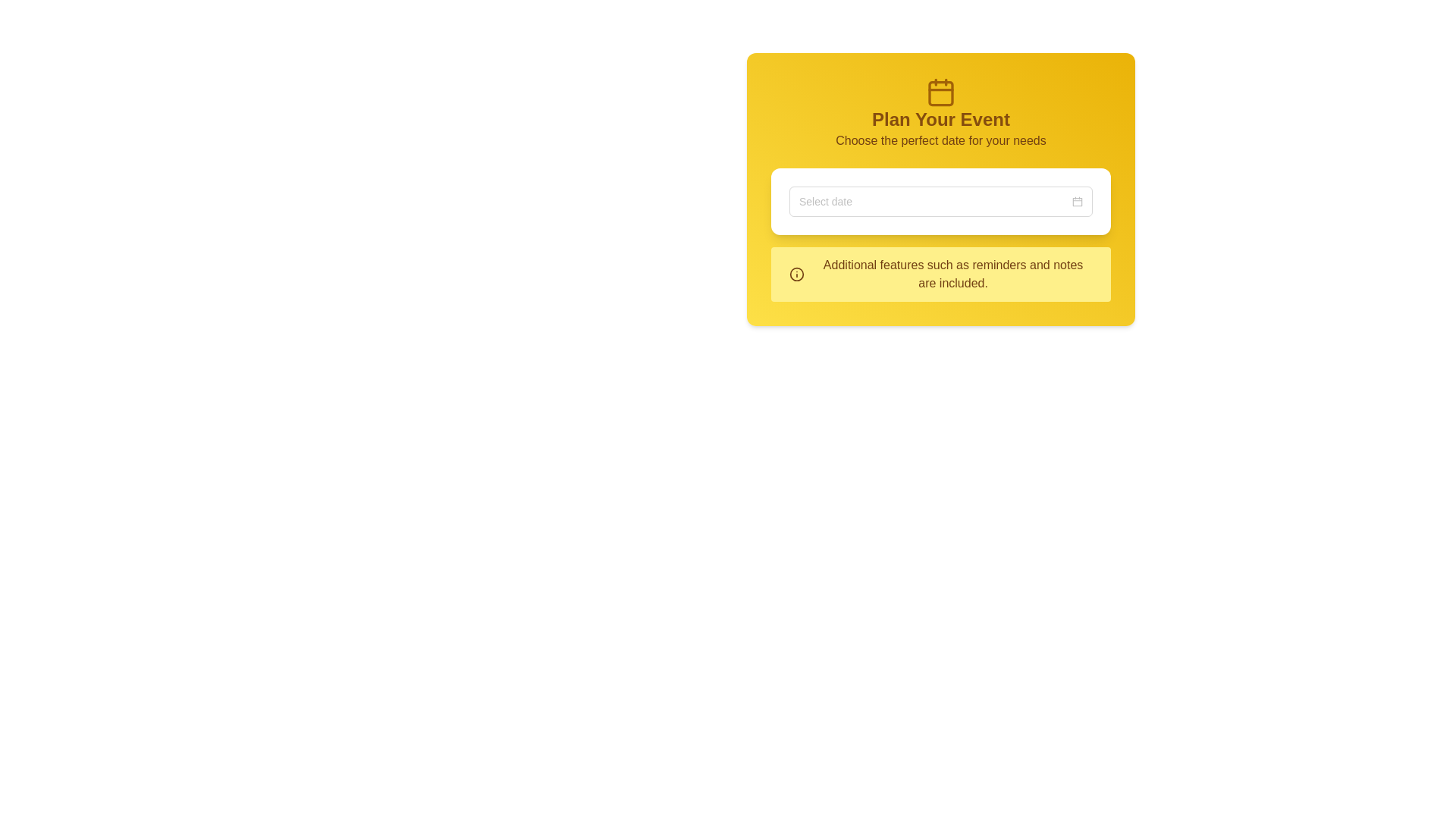 This screenshot has width=1456, height=819. I want to click on the rectangular graphical element located within the calendar icon at the top of the yellow card, which has rounded corners and is positioned centrally within the icon, so click(940, 93).